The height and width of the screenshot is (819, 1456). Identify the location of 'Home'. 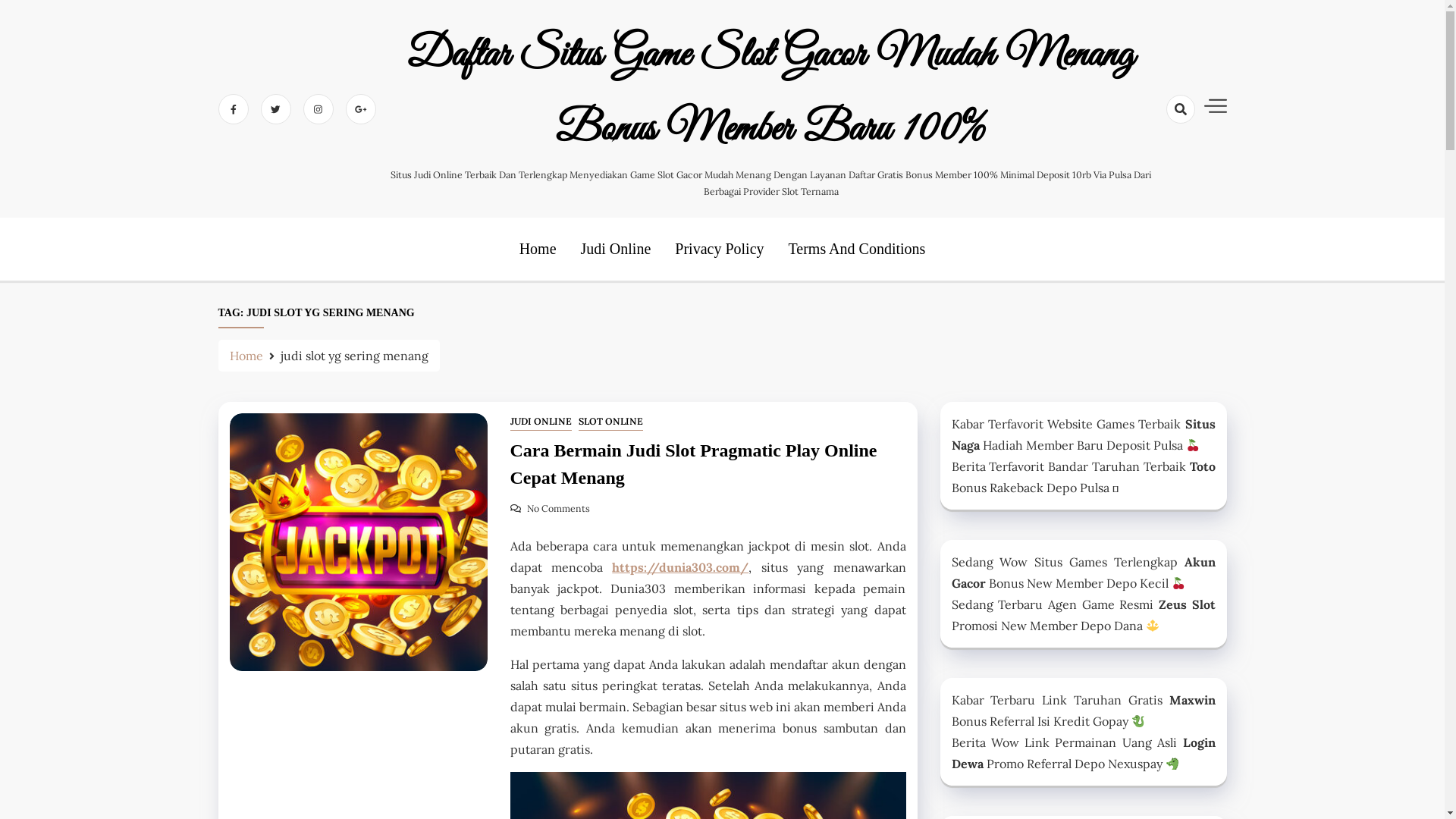
(538, 248).